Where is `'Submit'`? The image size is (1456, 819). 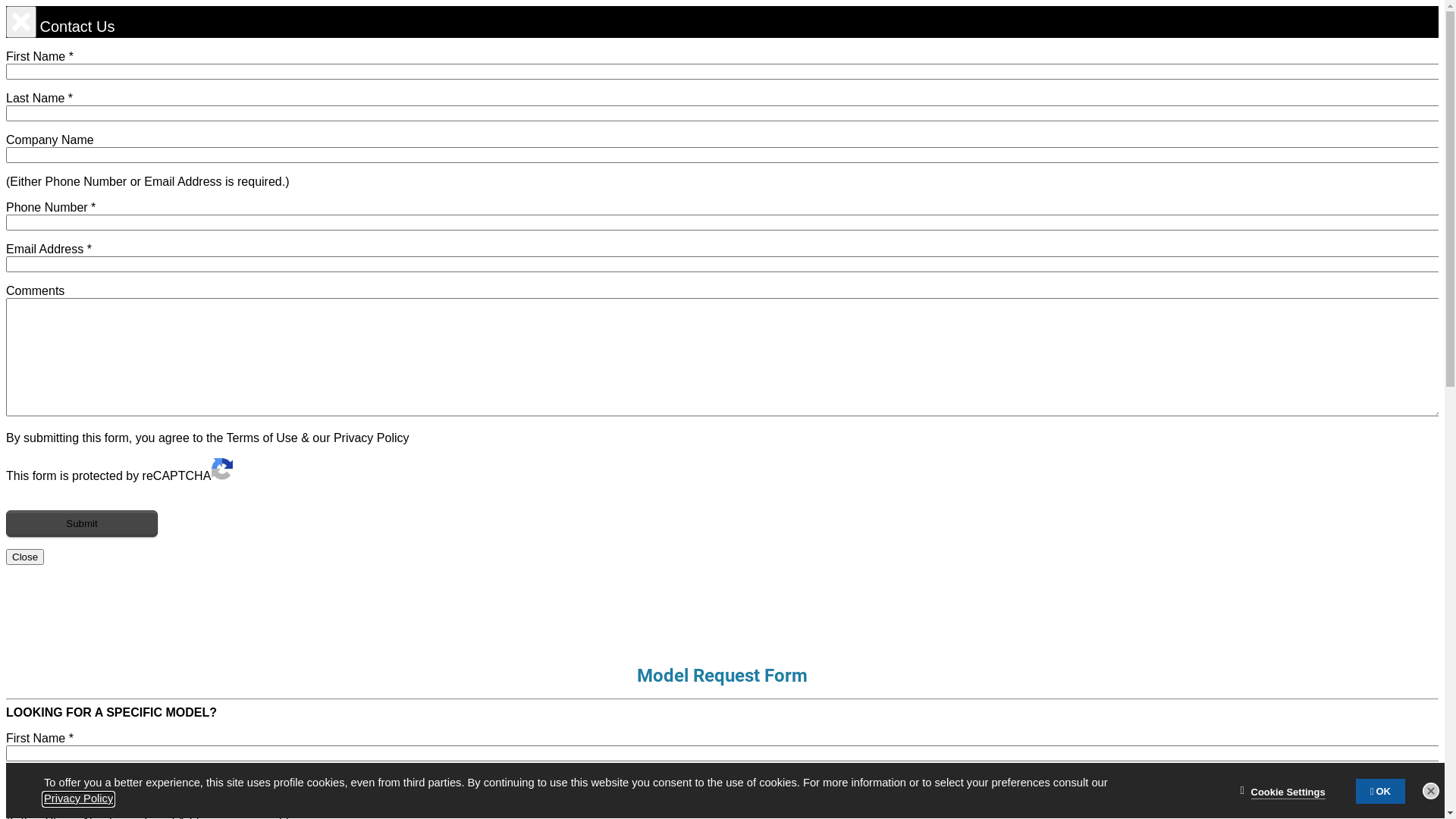 'Submit' is located at coordinates (6, 522).